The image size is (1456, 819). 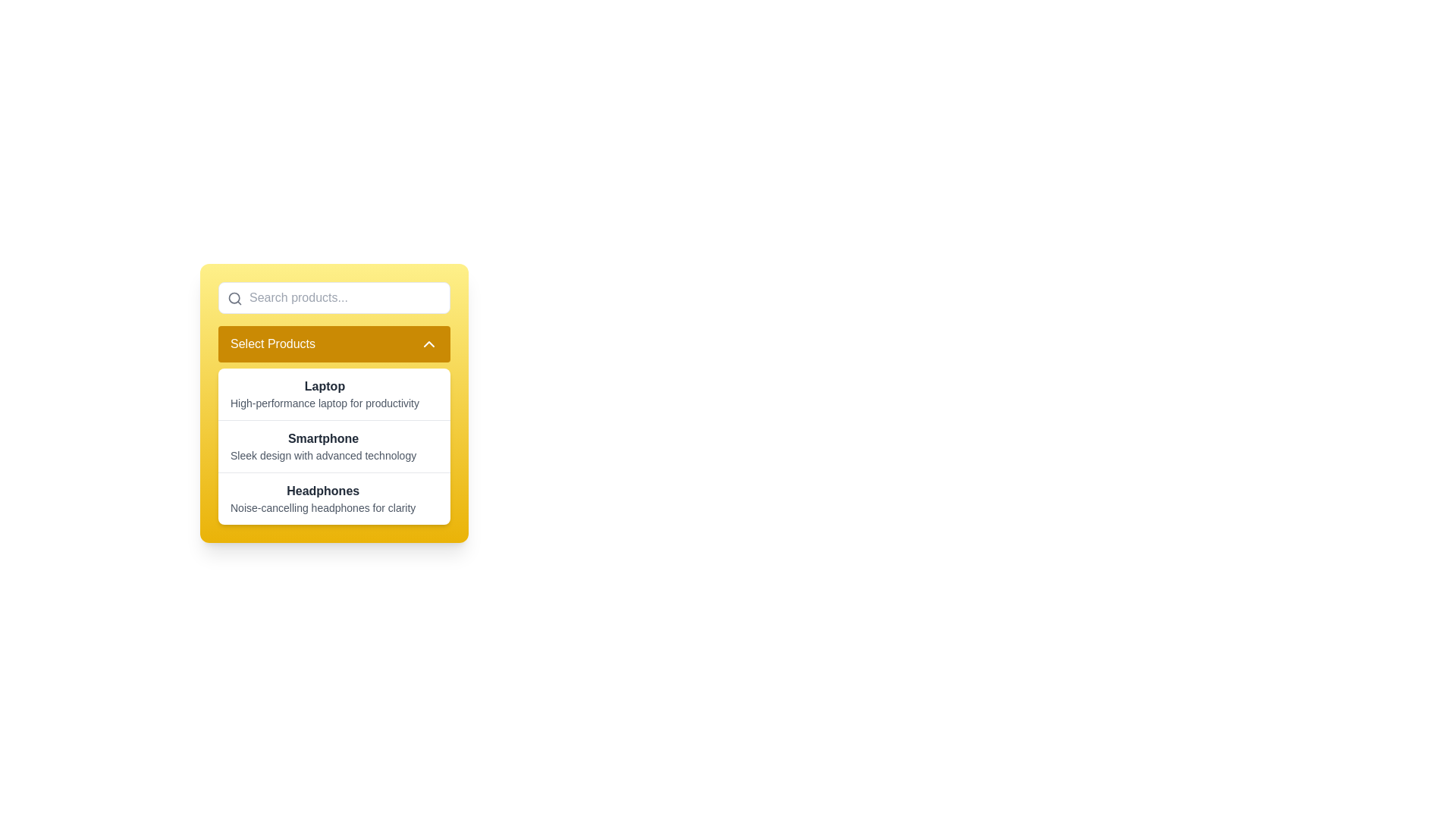 What do you see at coordinates (322, 438) in the screenshot?
I see `the 'Smartphone' text label, which is the second item in the 'Select Products' dropdown menu, indicating the product category` at bounding box center [322, 438].